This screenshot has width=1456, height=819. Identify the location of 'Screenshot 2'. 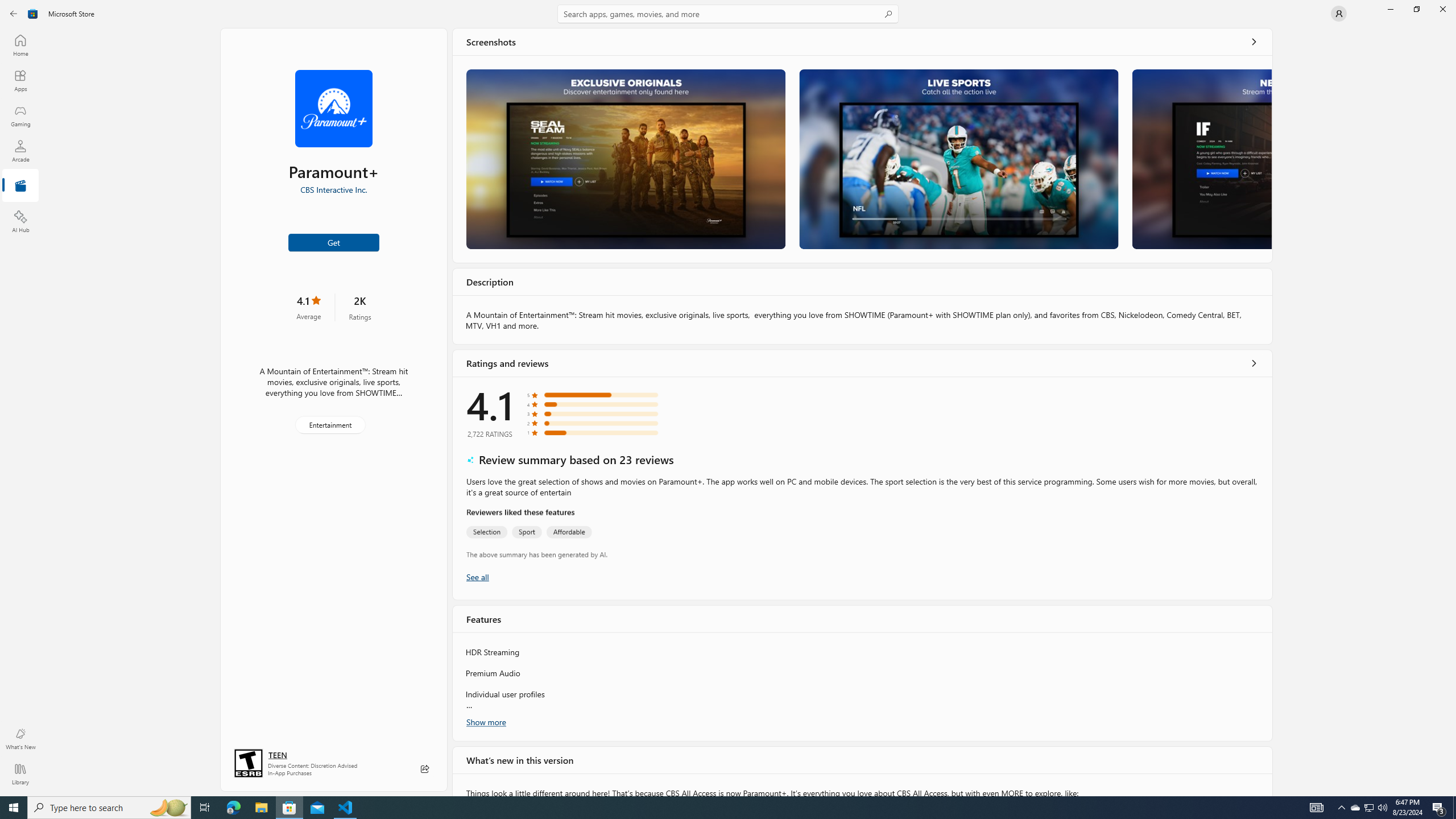
(958, 159).